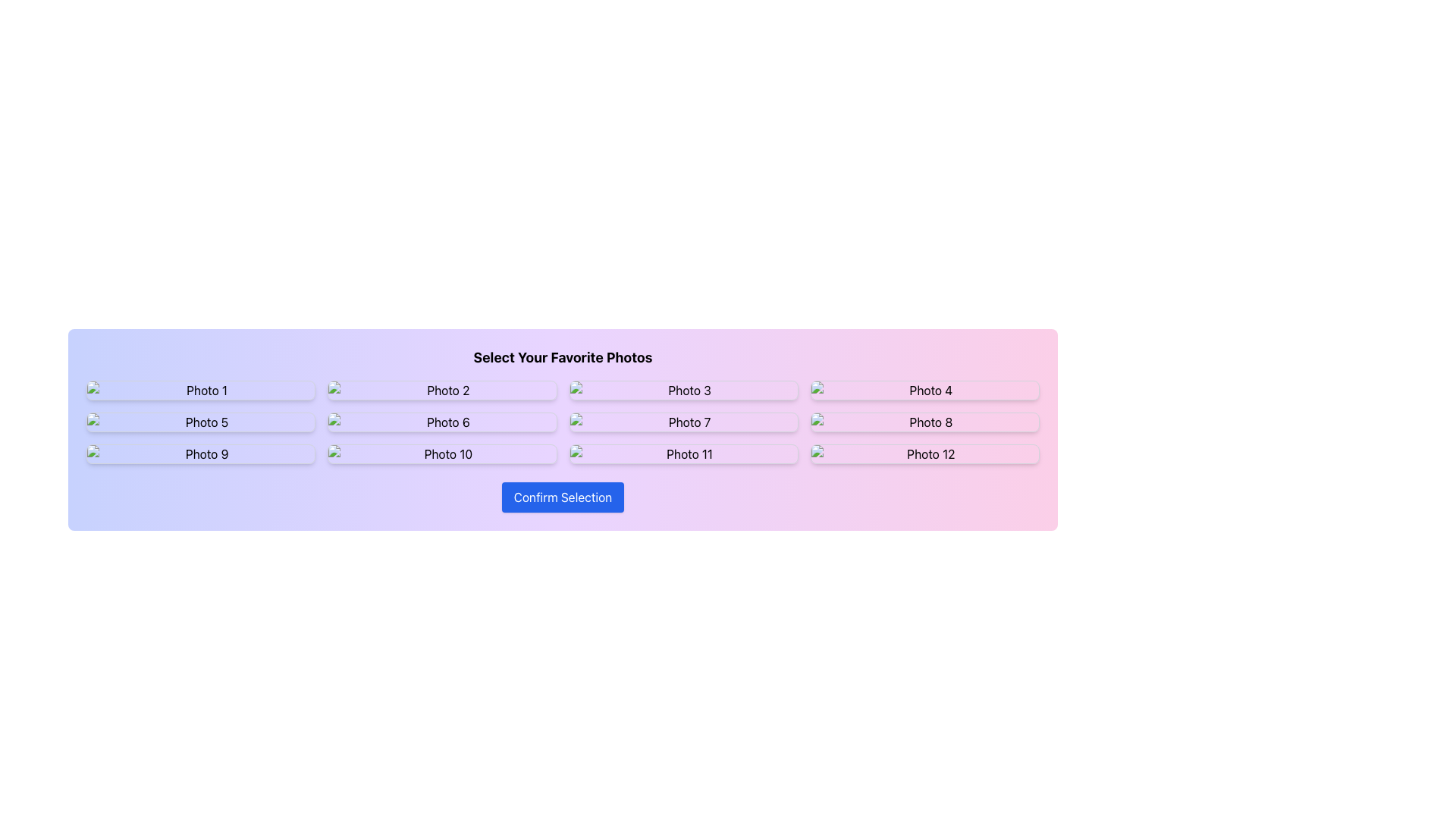 This screenshot has height=819, width=1456. What do you see at coordinates (441, 453) in the screenshot?
I see `the selectable photo thumbnail located` at bounding box center [441, 453].